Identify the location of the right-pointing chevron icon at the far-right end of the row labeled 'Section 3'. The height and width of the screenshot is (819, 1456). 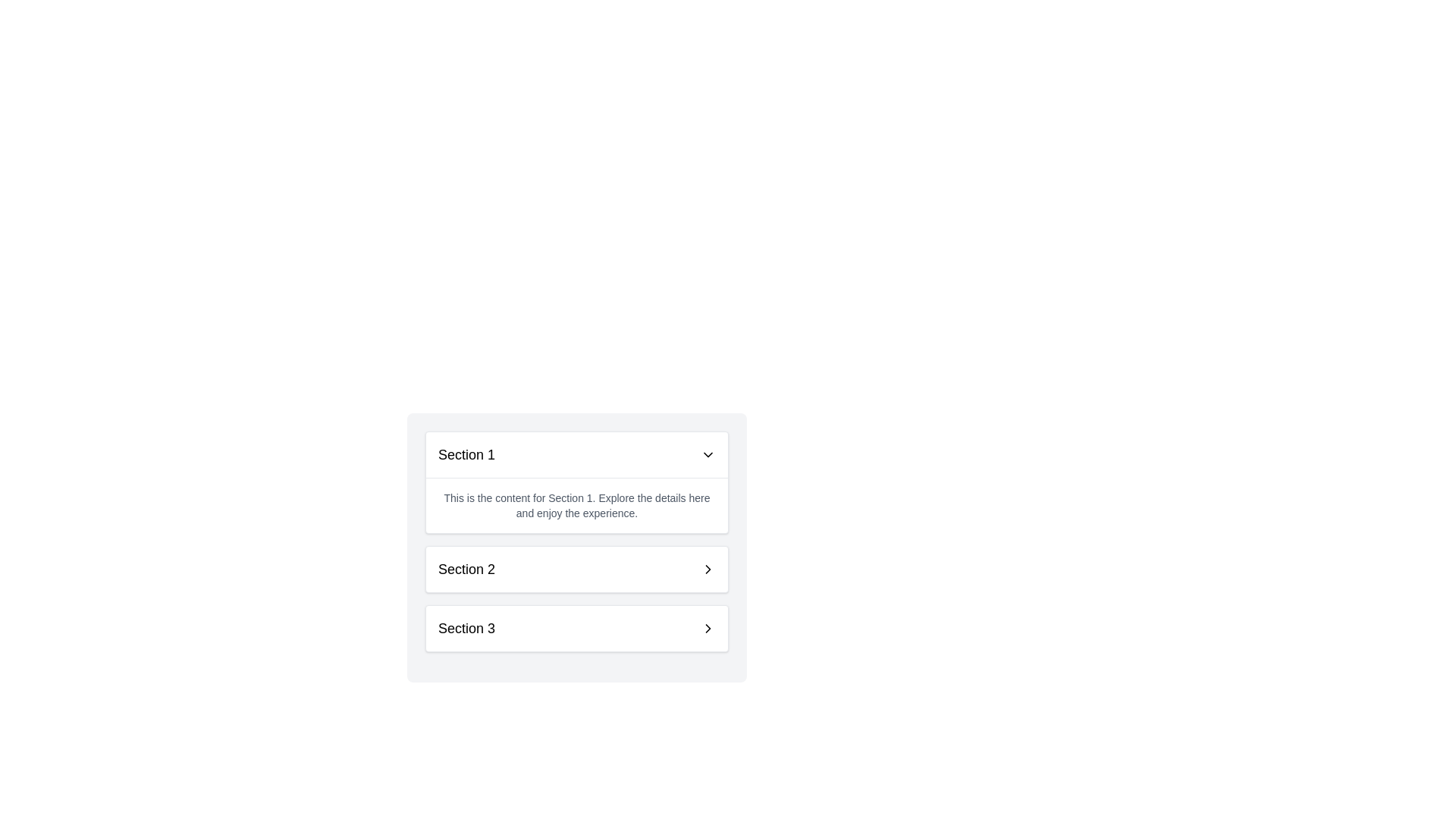
(708, 629).